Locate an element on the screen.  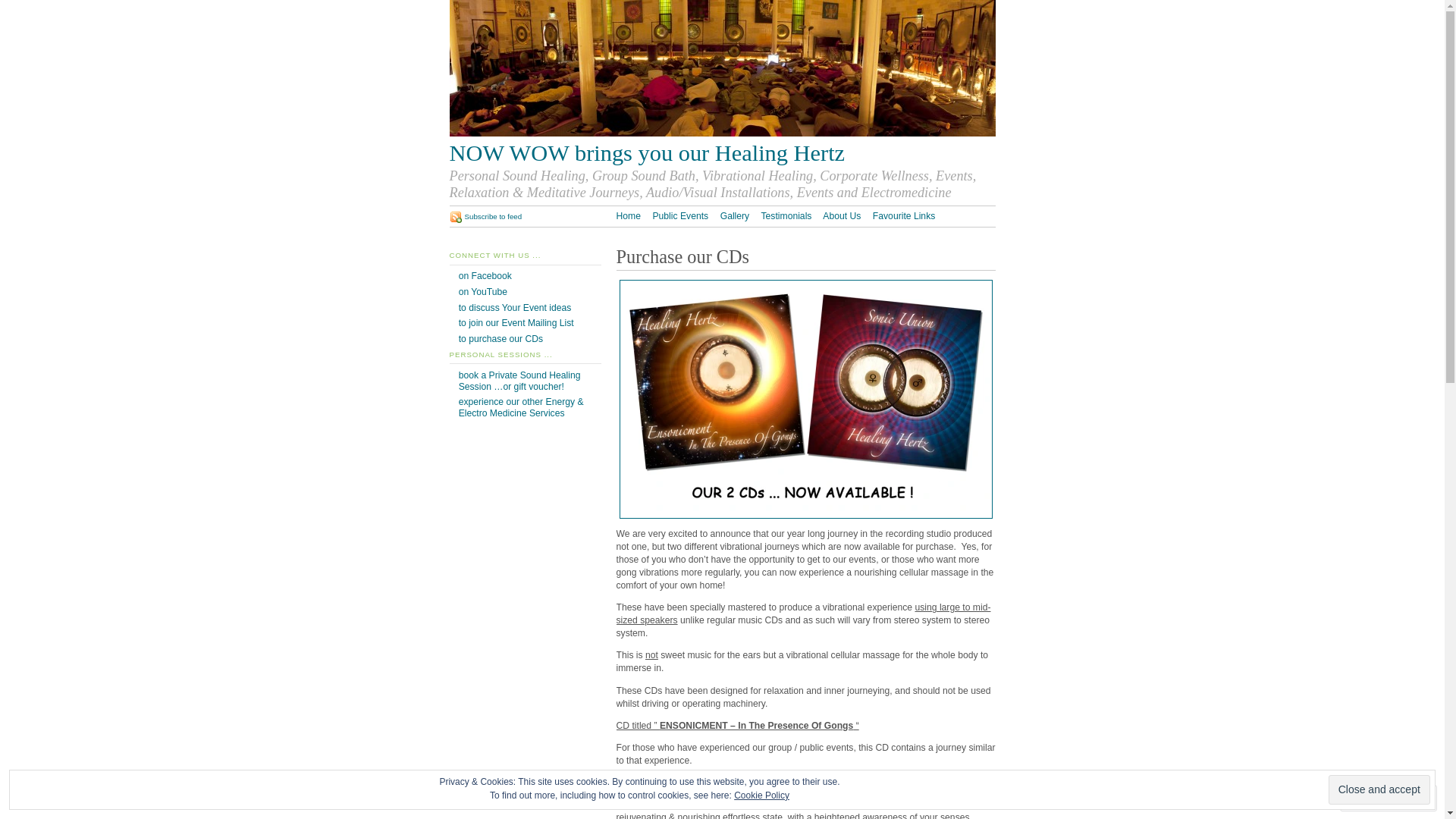
'Follow' is located at coordinates (1375, 797).